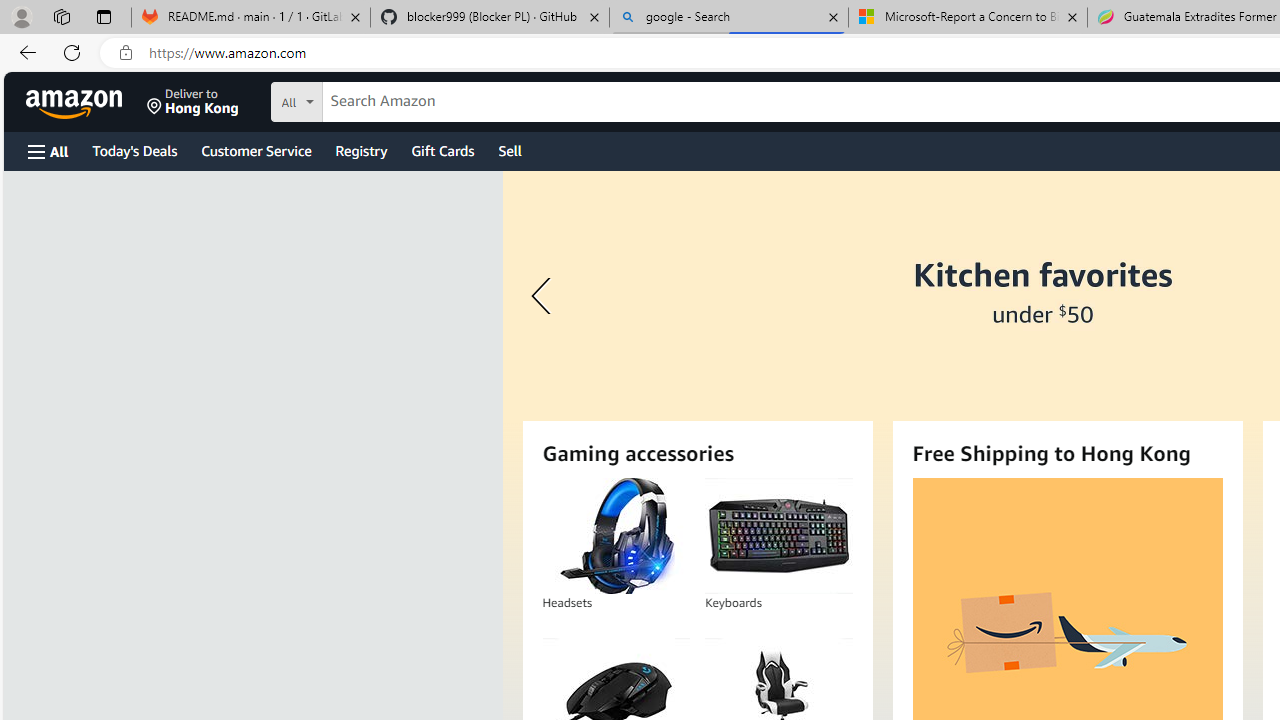 The width and height of the screenshot is (1280, 720). What do you see at coordinates (544, 296) in the screenshot?
I see `'Previous slide'` at bounding box center [544, 296].